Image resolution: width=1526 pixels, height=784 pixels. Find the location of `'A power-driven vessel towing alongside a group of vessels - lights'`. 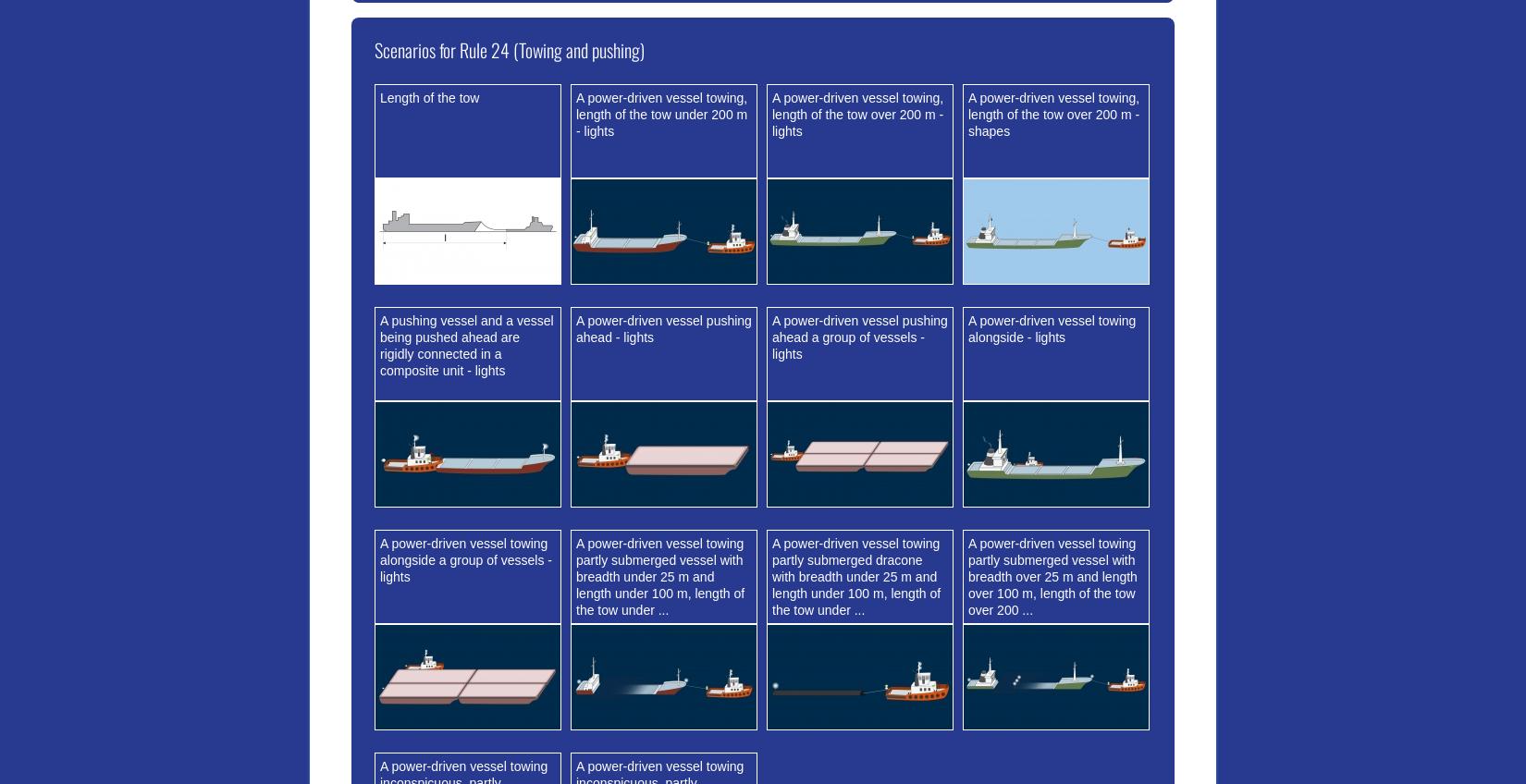

'A power-driven vessel towing alongside a group of vessels - lights' is located at coordinates (380, 559).